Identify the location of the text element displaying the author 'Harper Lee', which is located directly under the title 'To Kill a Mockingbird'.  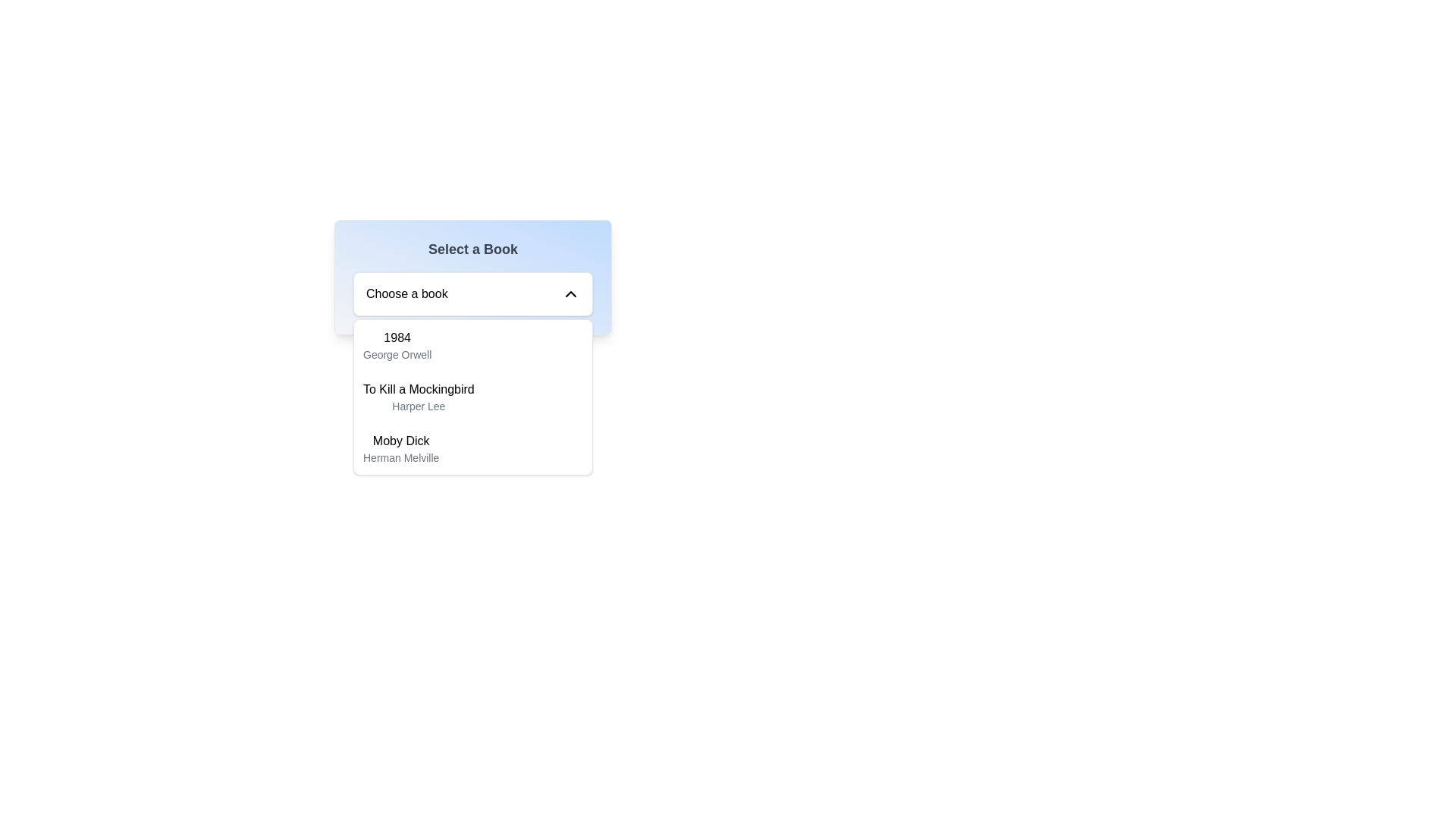
(419, 406).